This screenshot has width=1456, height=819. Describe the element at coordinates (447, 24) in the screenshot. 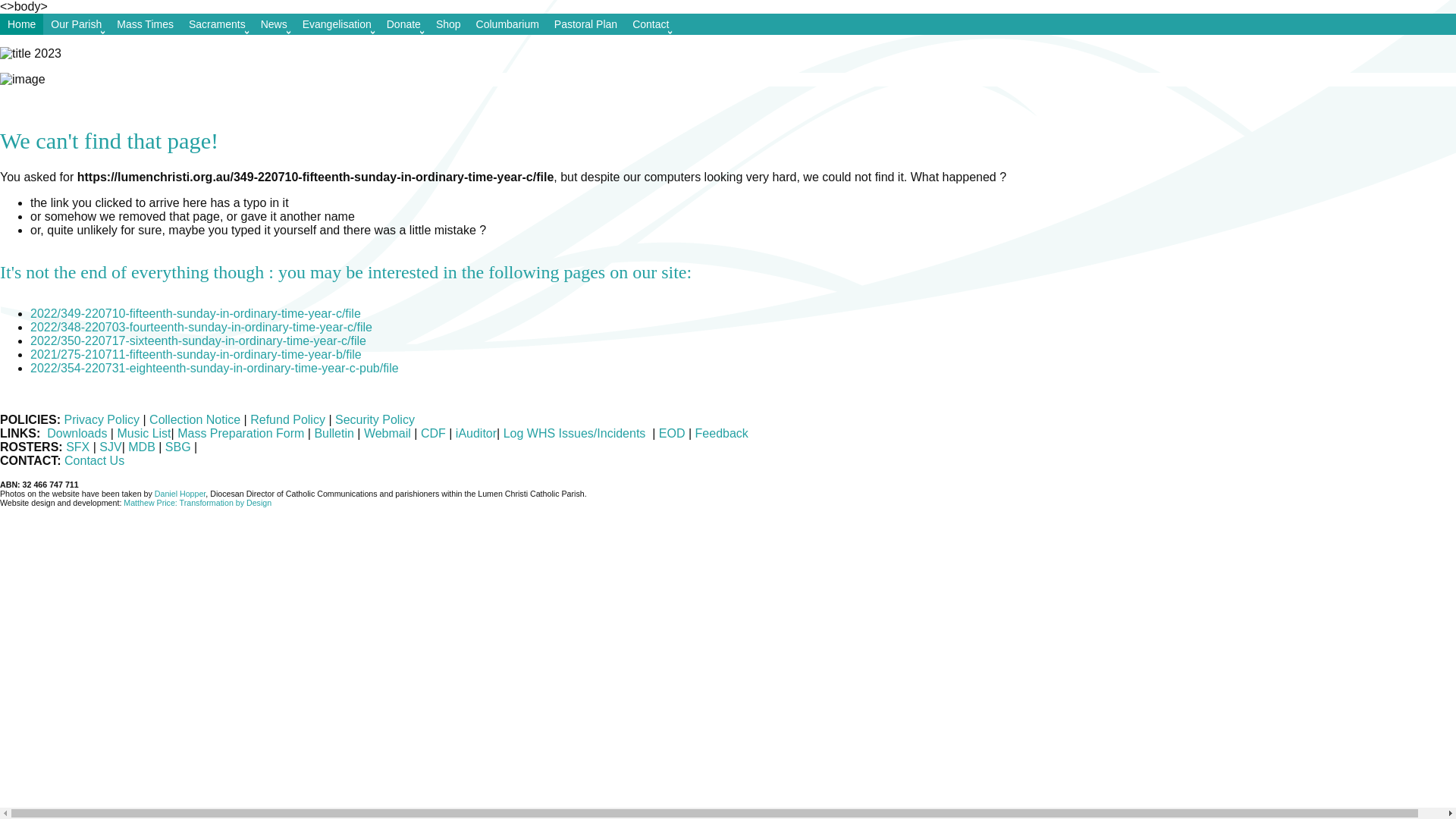

I see `'Shop'` at that location.